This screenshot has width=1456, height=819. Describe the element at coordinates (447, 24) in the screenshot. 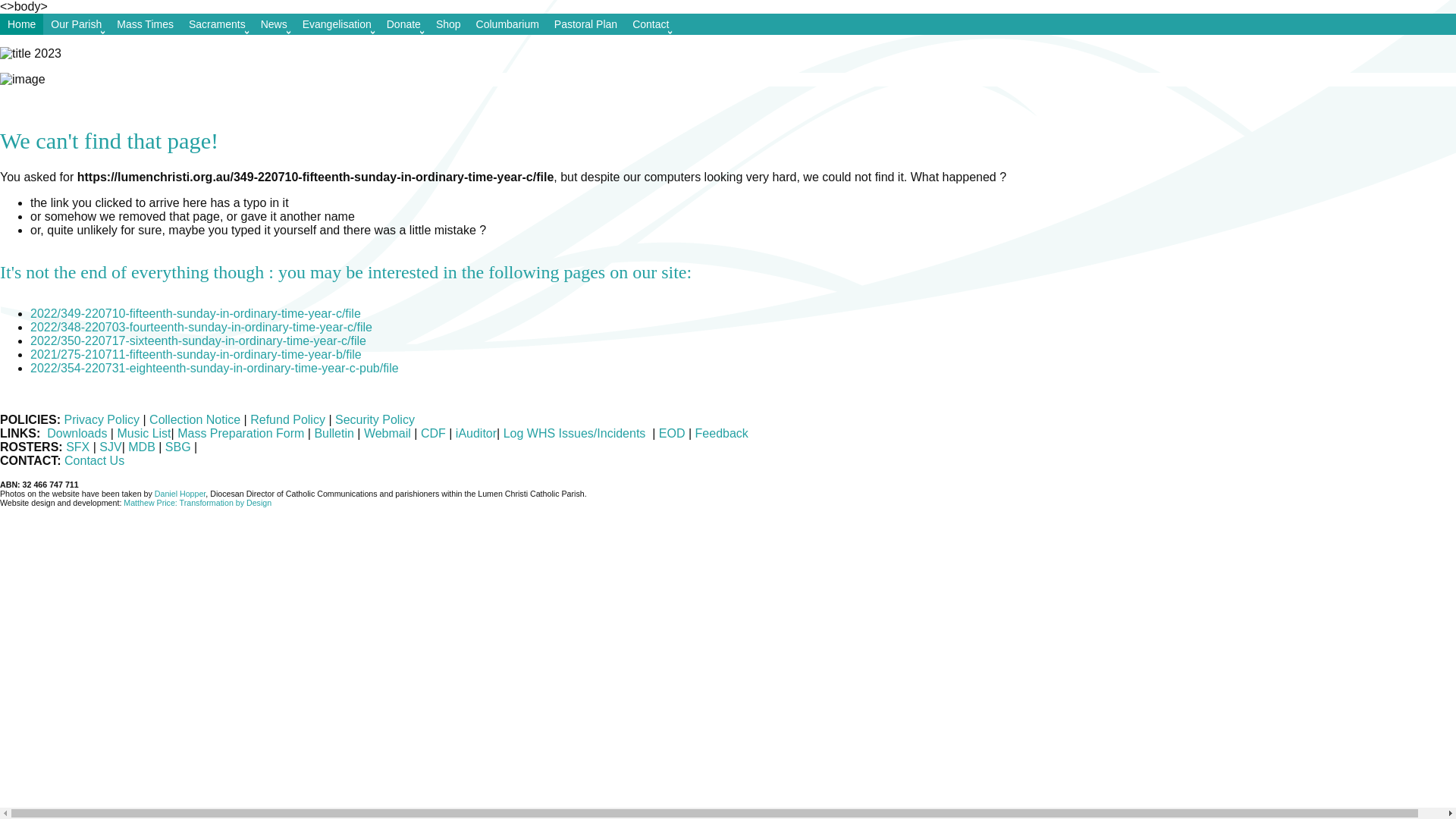

I see `'Shop'` at that location.